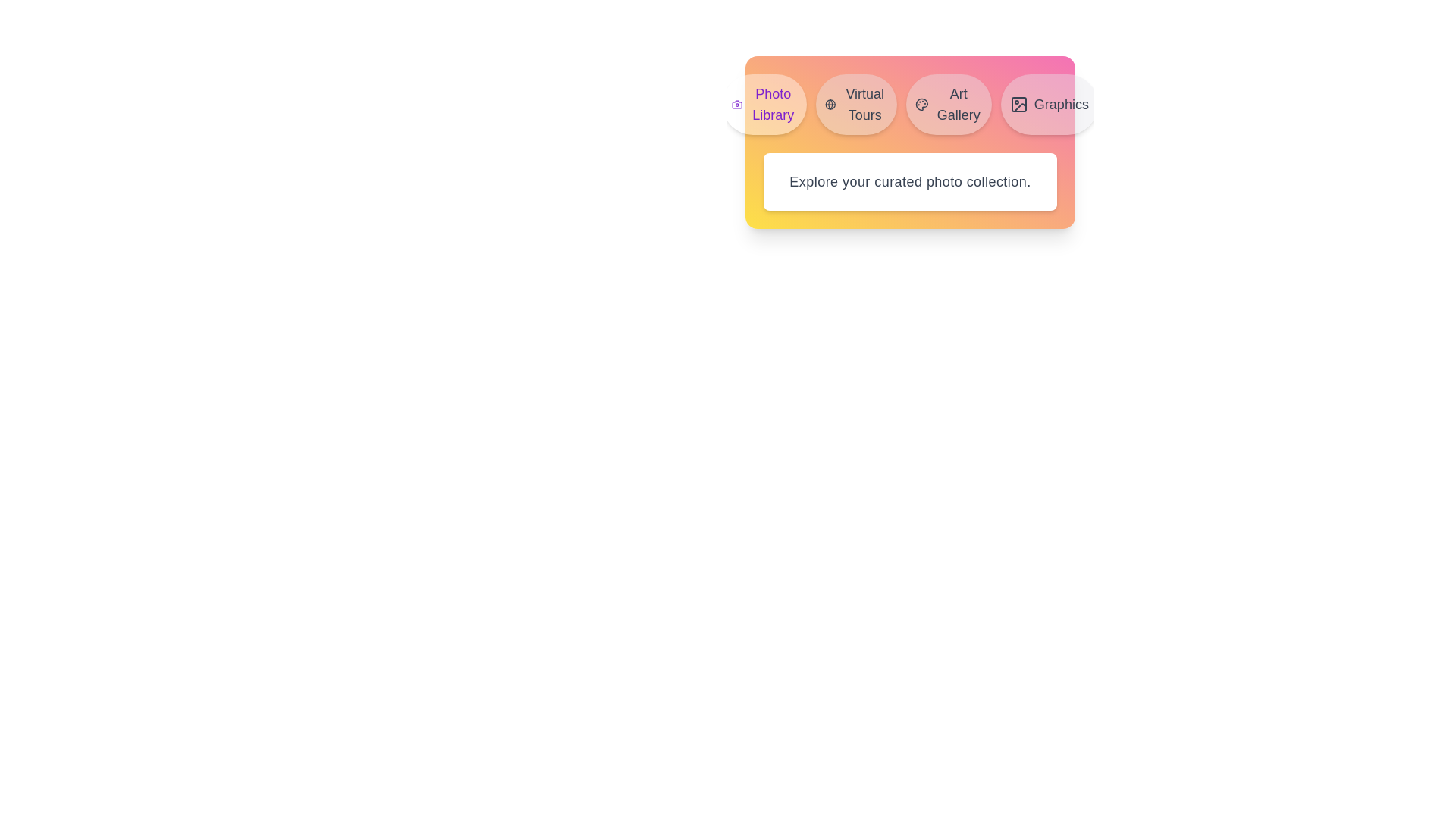 The height and width of the screenshot is (819, 1456). What do you see at coordinates (948, 104) in the screenshot?
I see `the tab labeled 'Art Gallery' to preview its effect` at bounding box center [948, 104].